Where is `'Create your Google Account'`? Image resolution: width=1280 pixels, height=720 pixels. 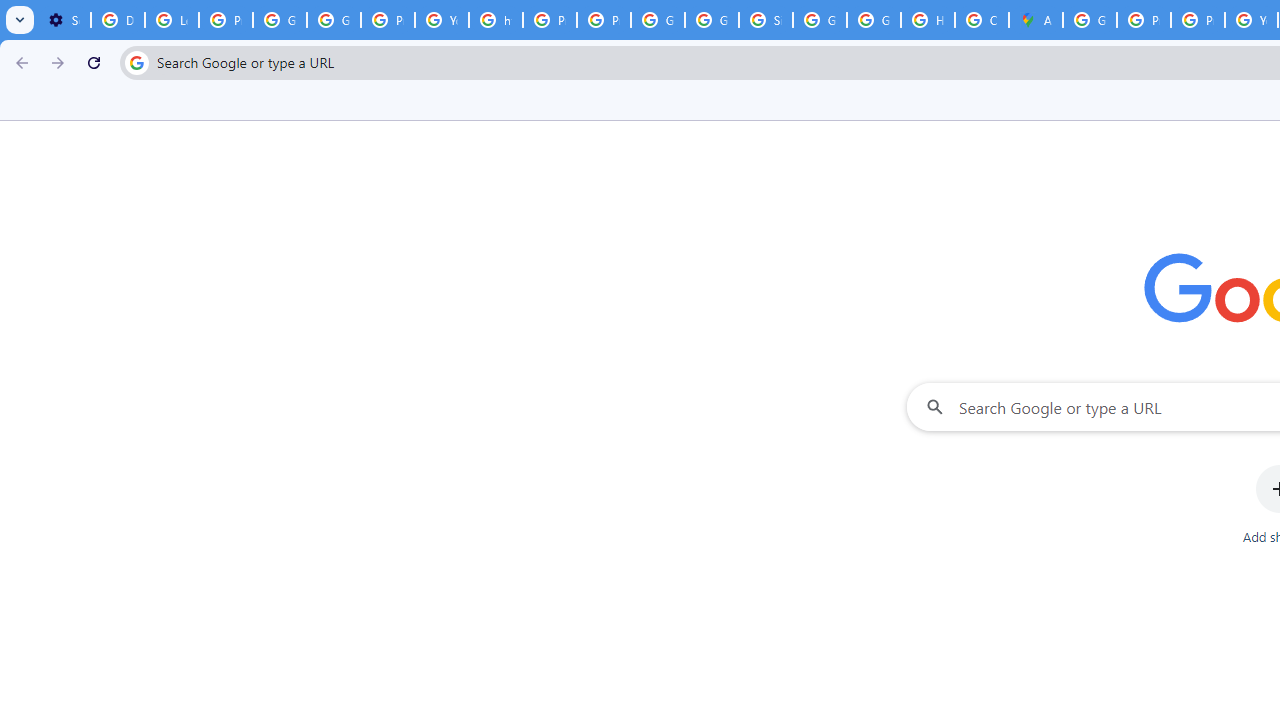 'Create your Google Account' is located at coordinates (981, 20).